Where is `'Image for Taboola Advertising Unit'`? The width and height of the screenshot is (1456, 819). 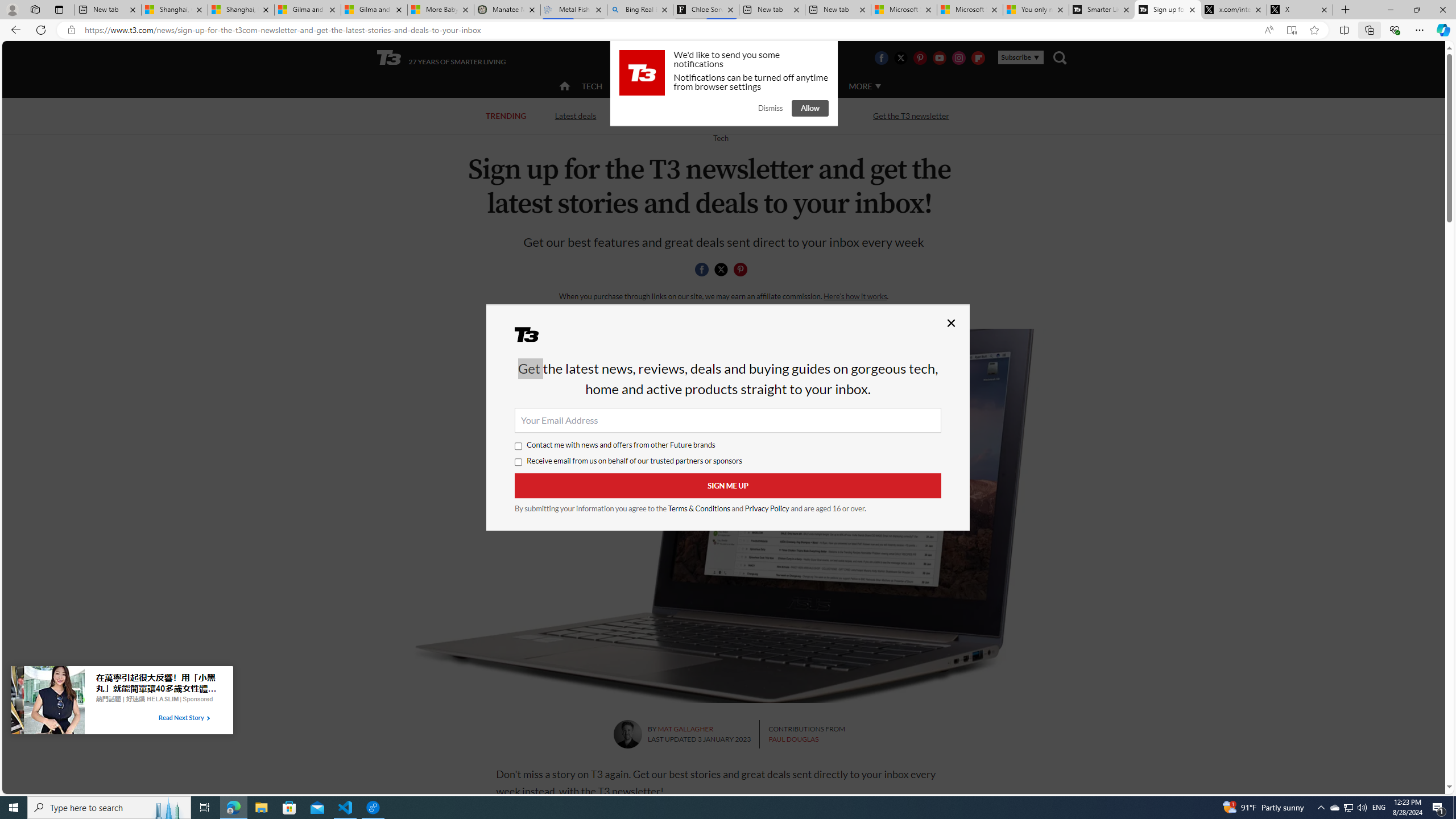
'Image for Taboola Advertising Unit' is located at coordinates (47, 702).